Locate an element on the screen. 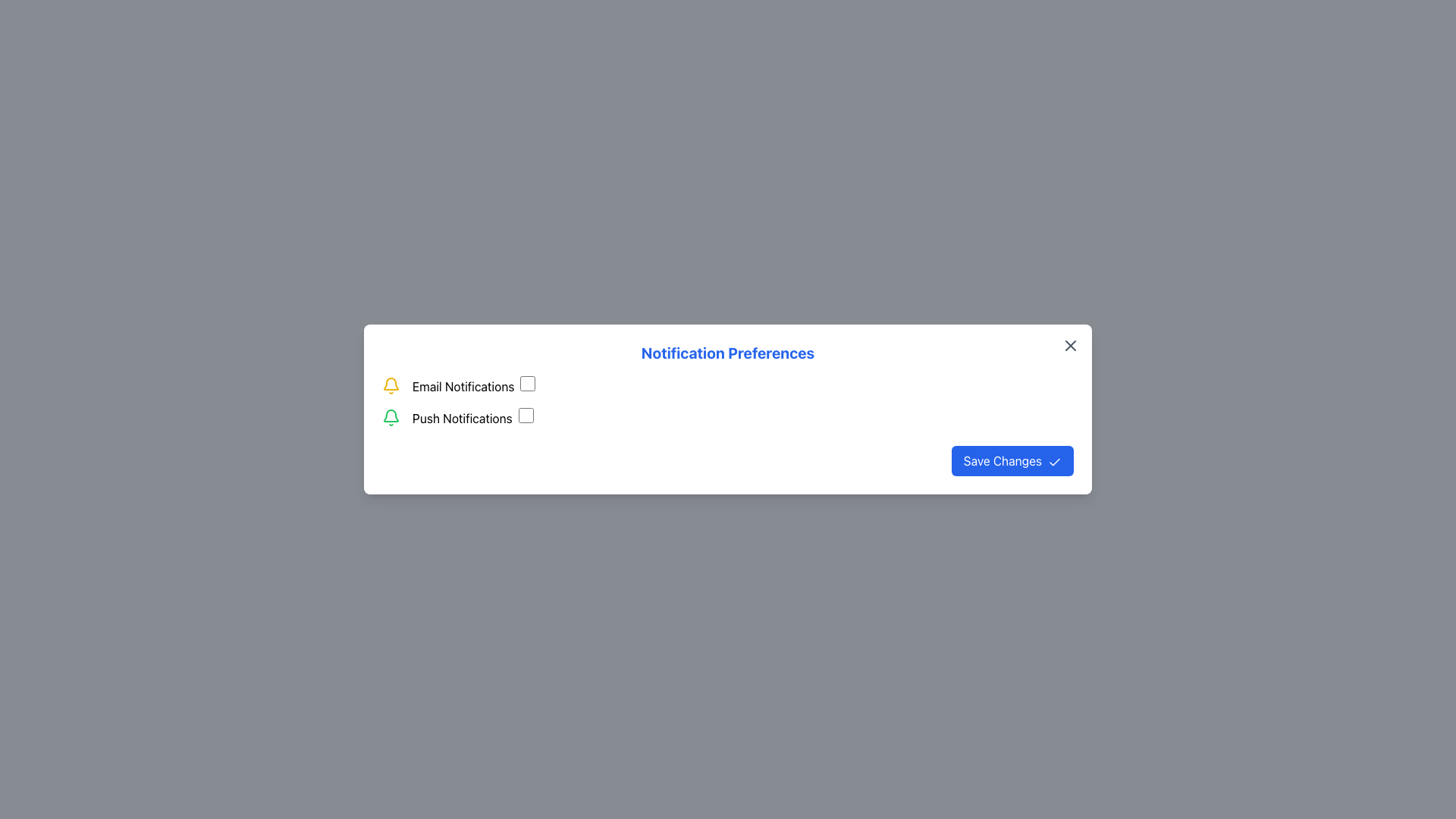 This screenshot has height=819, width=1456. the label associated with the checkbox for email notifications is located at coordinates (473, 385).